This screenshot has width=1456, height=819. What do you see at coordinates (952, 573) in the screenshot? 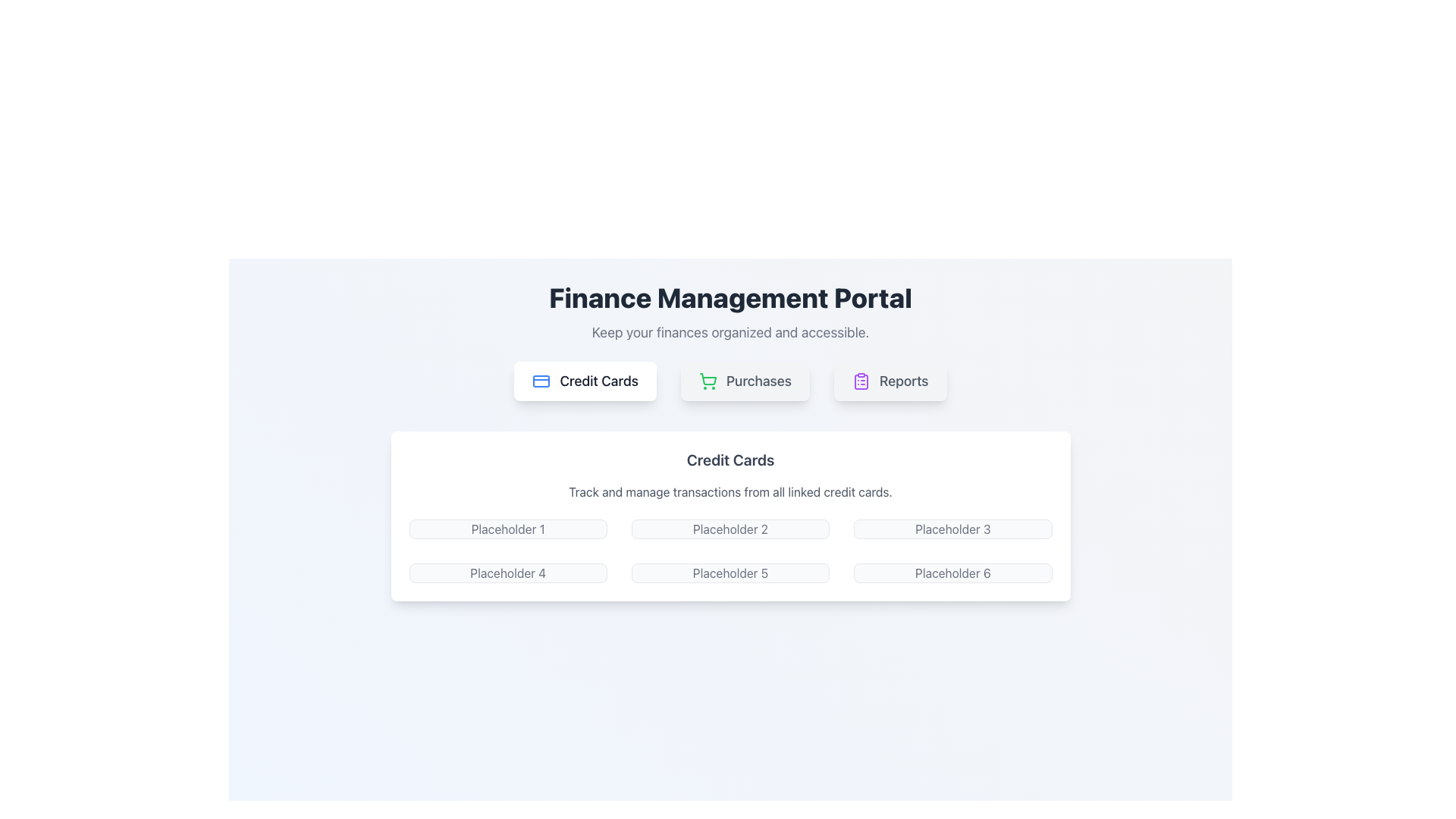
I see `the static text label displaying 'Placeholder 6', which is styled in gray and positioned in the bottom-right corner of a grid structure` at bounding box center [952, 573].